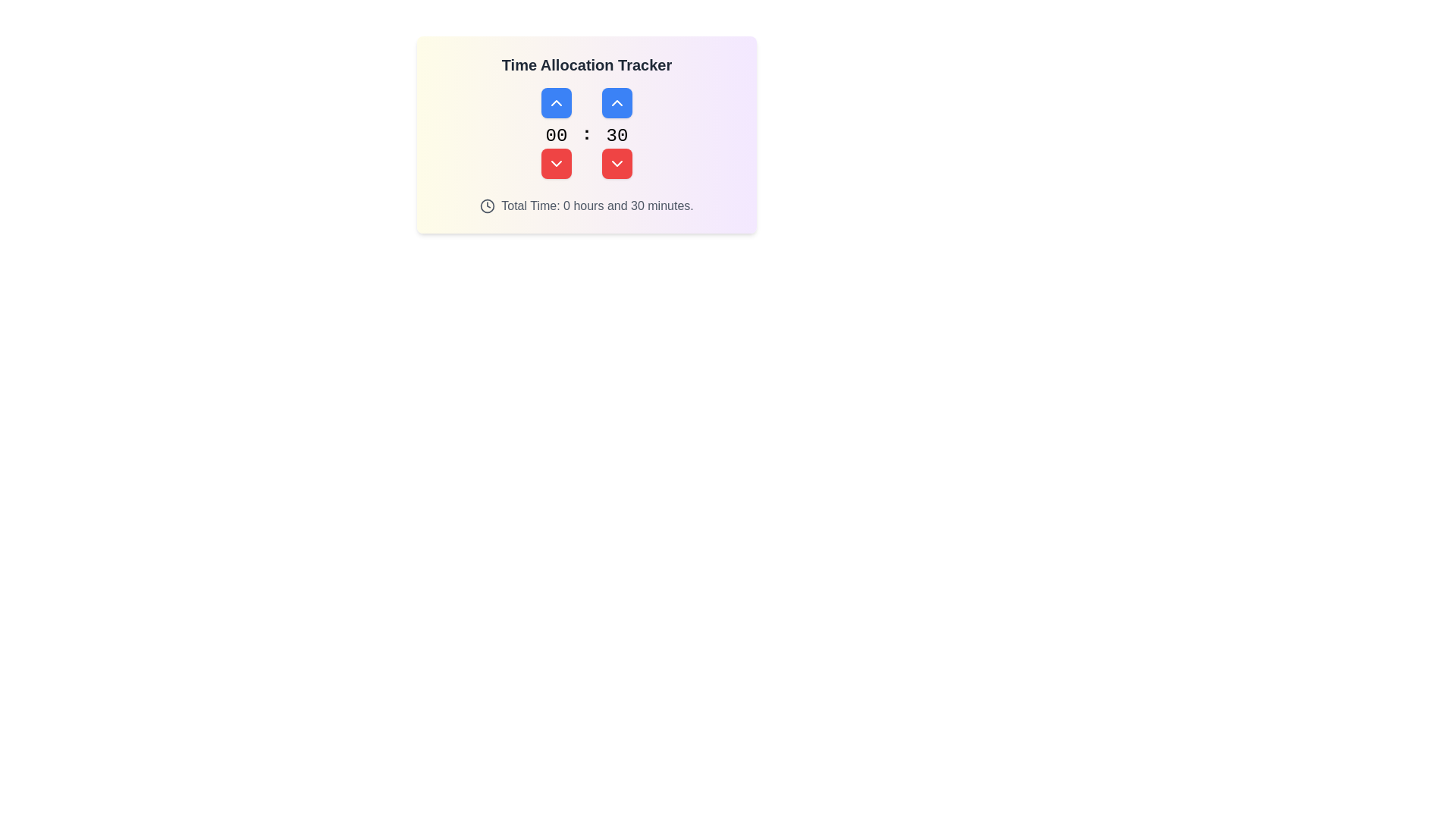  What do you see at coordinates (556, 102) in the screenshot?
I see `the blue button with a white upward-pointing chevron icon above the '00' text in the time allocation tracker to increment the hour value` at bounding box center [556, 102].